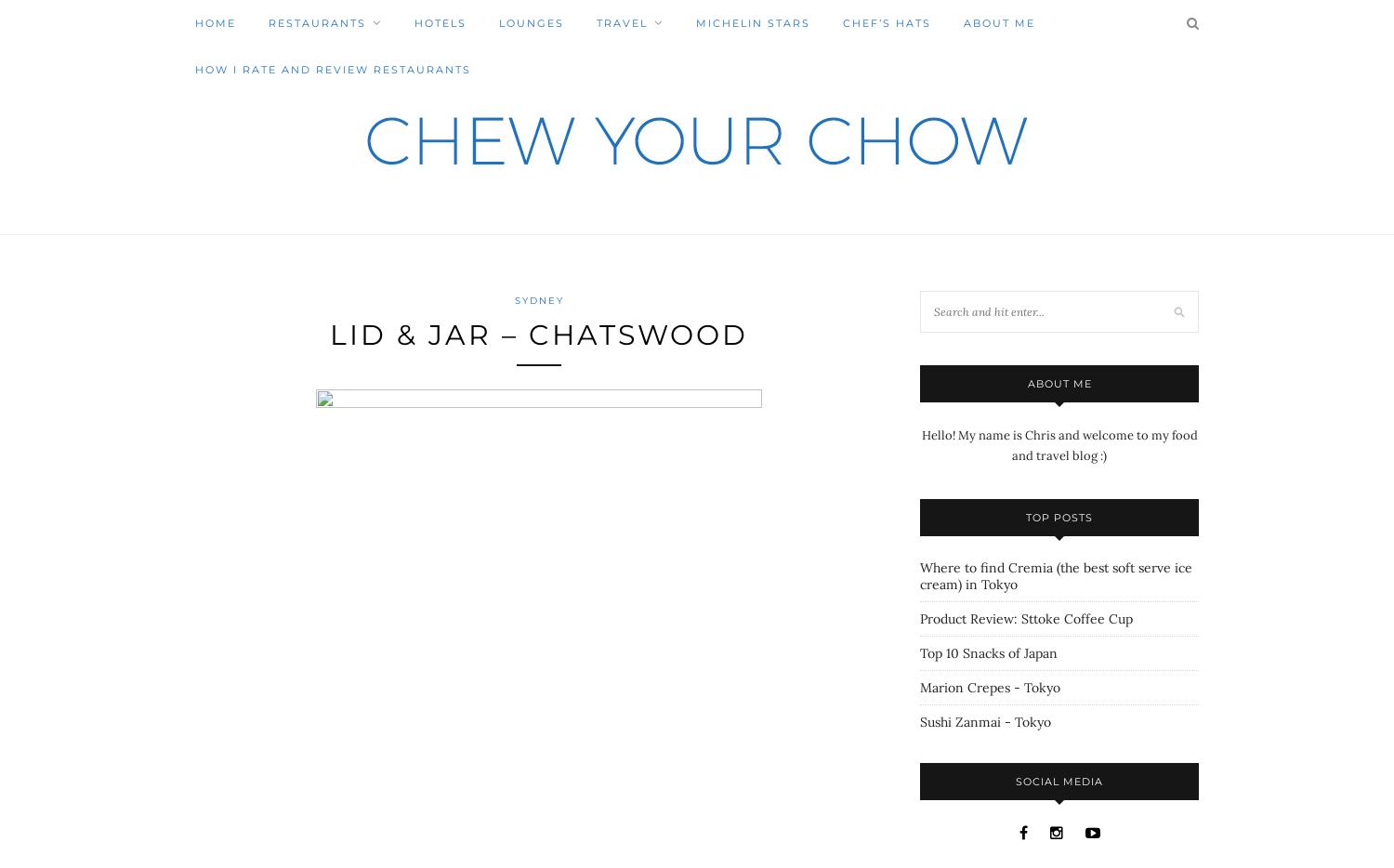  I want to click on 'Sydney', so click(537, 299).